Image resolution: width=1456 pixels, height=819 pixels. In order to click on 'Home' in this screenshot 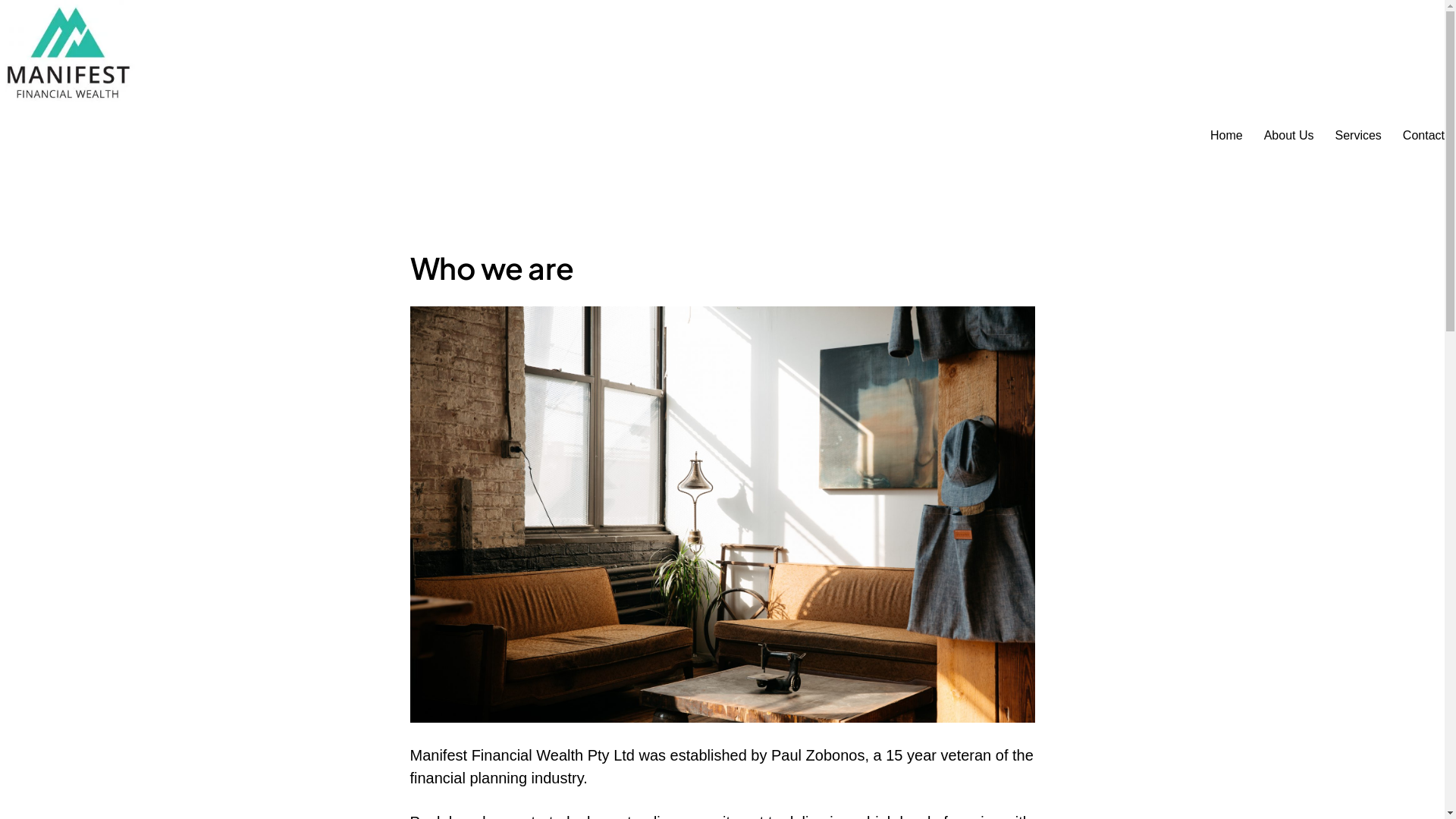, I will do `click(1226, 134)`.